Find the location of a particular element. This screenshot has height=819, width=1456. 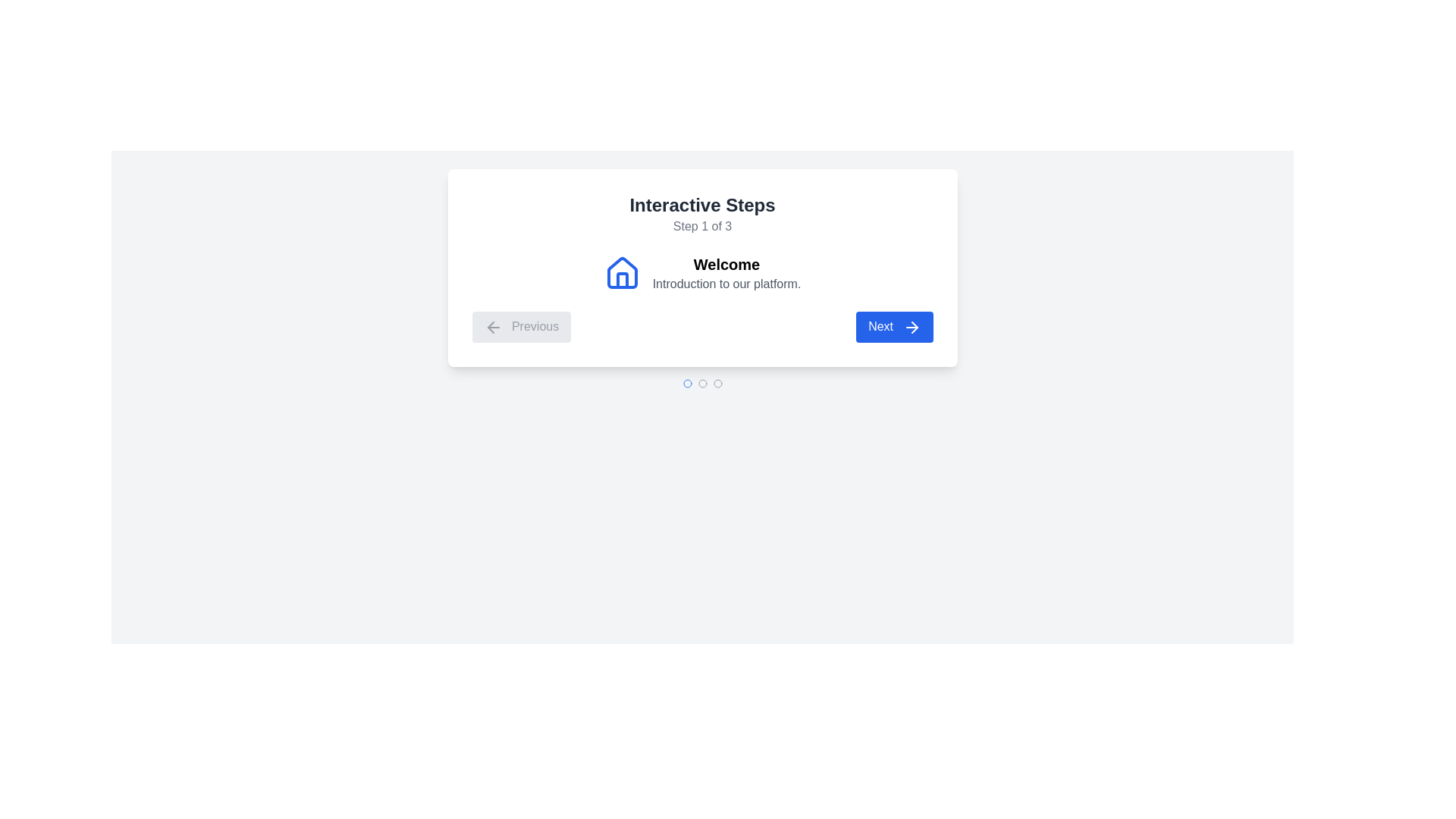

the left-pointing arrow icon within the 'Previous' button located at the bottom left corner of the interactive card is located at coordinates (491, 326).